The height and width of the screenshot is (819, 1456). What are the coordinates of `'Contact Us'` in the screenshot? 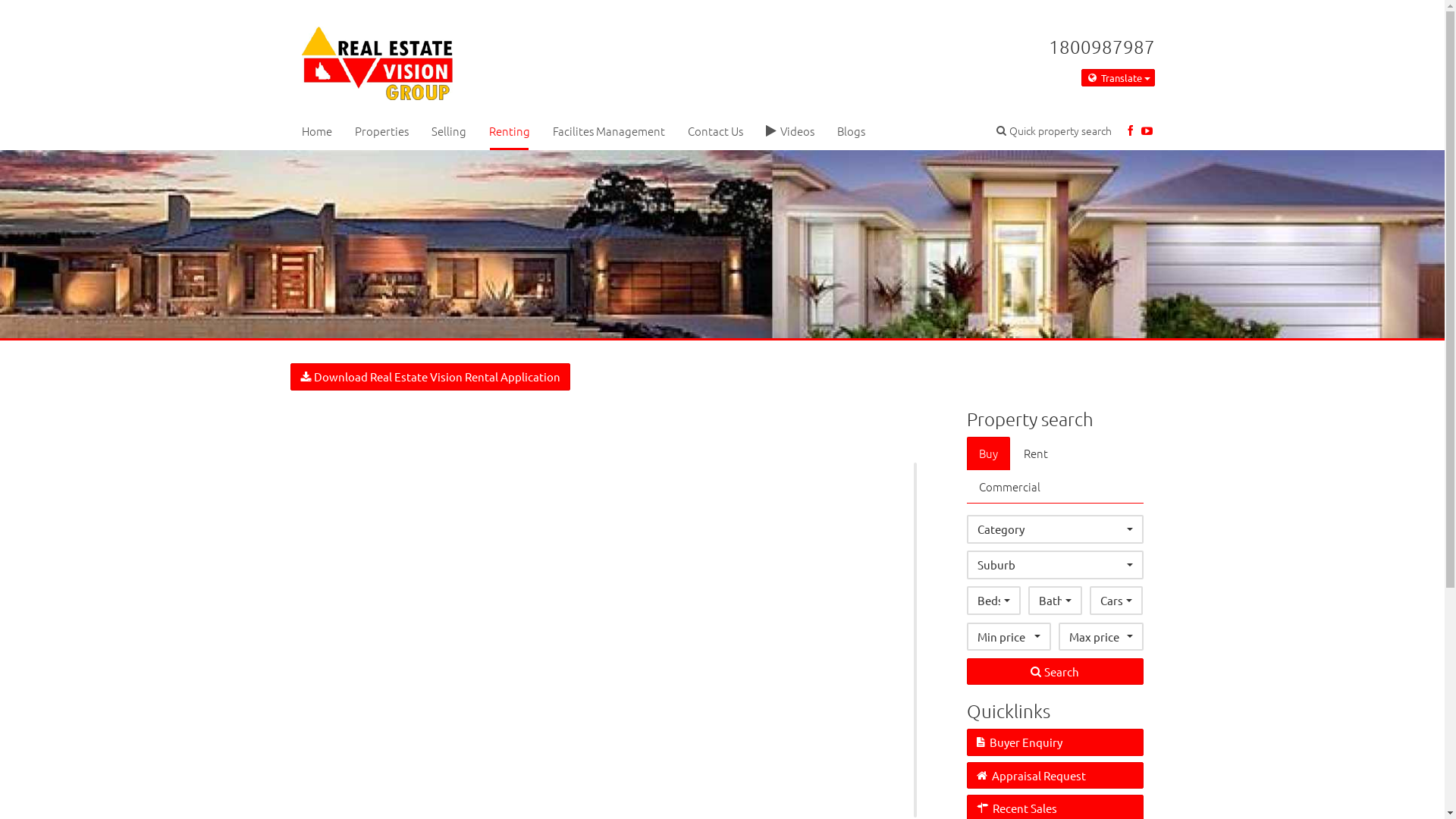 It's located at (676, 130).